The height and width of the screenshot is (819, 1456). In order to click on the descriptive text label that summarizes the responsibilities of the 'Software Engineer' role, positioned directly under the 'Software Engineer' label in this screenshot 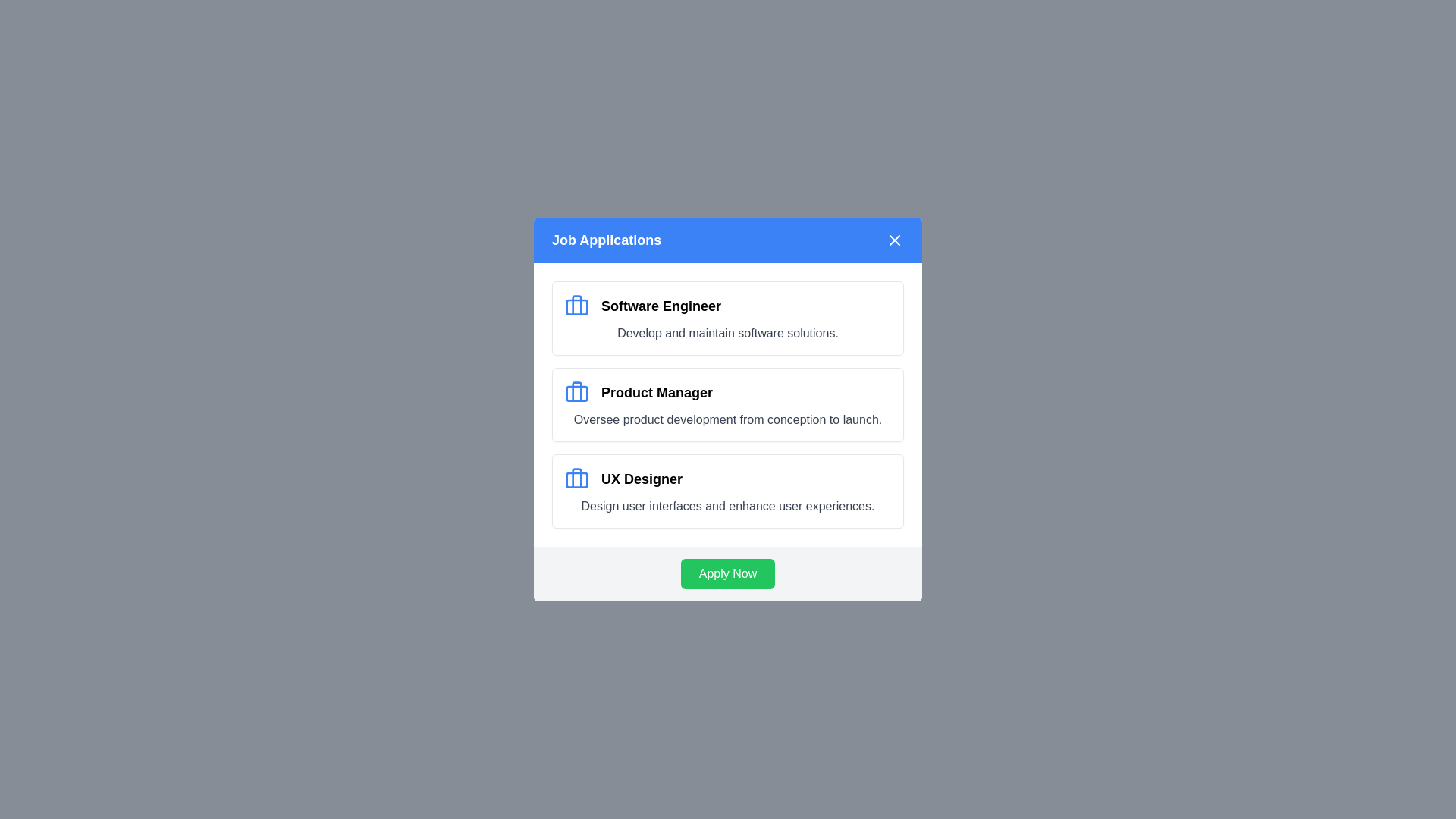, I will do `click(728, 332)`.